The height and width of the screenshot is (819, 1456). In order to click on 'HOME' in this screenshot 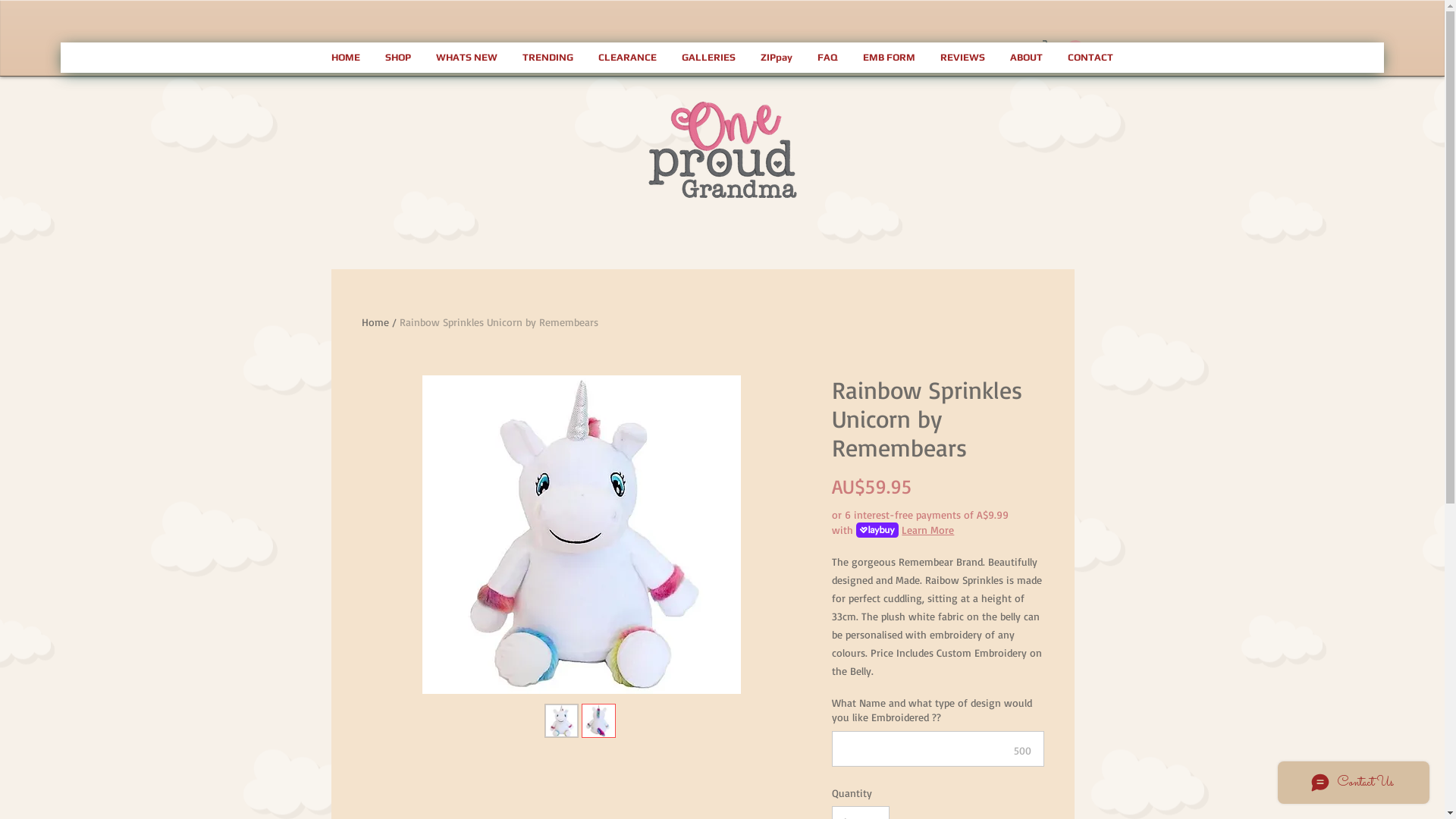, I will do `click(344, 57)`.